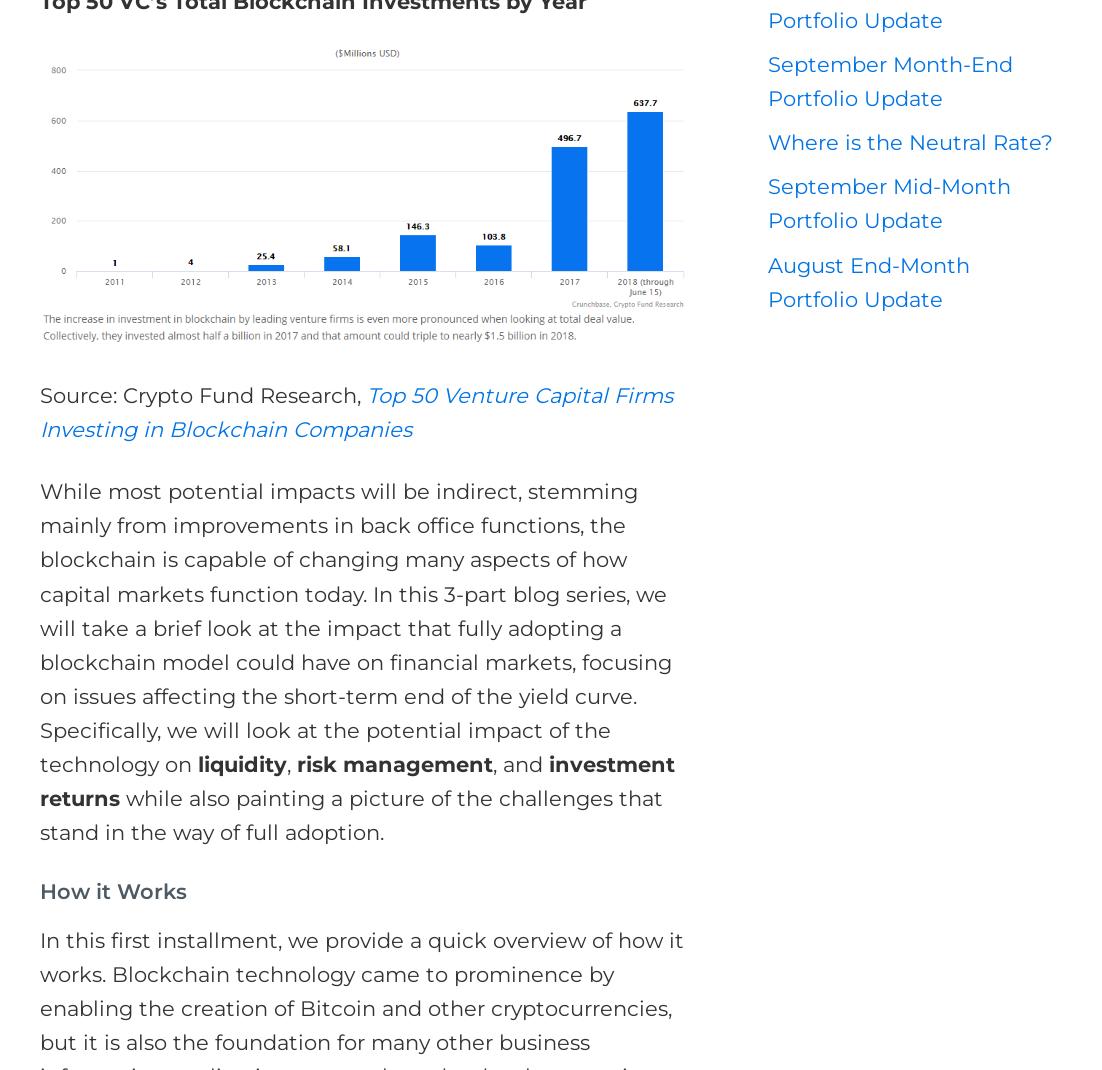  Describe the element at coordinates (39, 627) in the screenshot. I see `'While most potential impacts will be indirect, stemming mainly from improvements in back office functions, the blockchain is capable of changing many aspects of how capital markets function today. In this 3-part blog series, we will take a brief look at the impact that fully adopting a blockchain model could have on financial markets, focusing on issues affecting the short-term end of the yield curve. Specifically, we will look at the potential impact of the technology on'` at that location.